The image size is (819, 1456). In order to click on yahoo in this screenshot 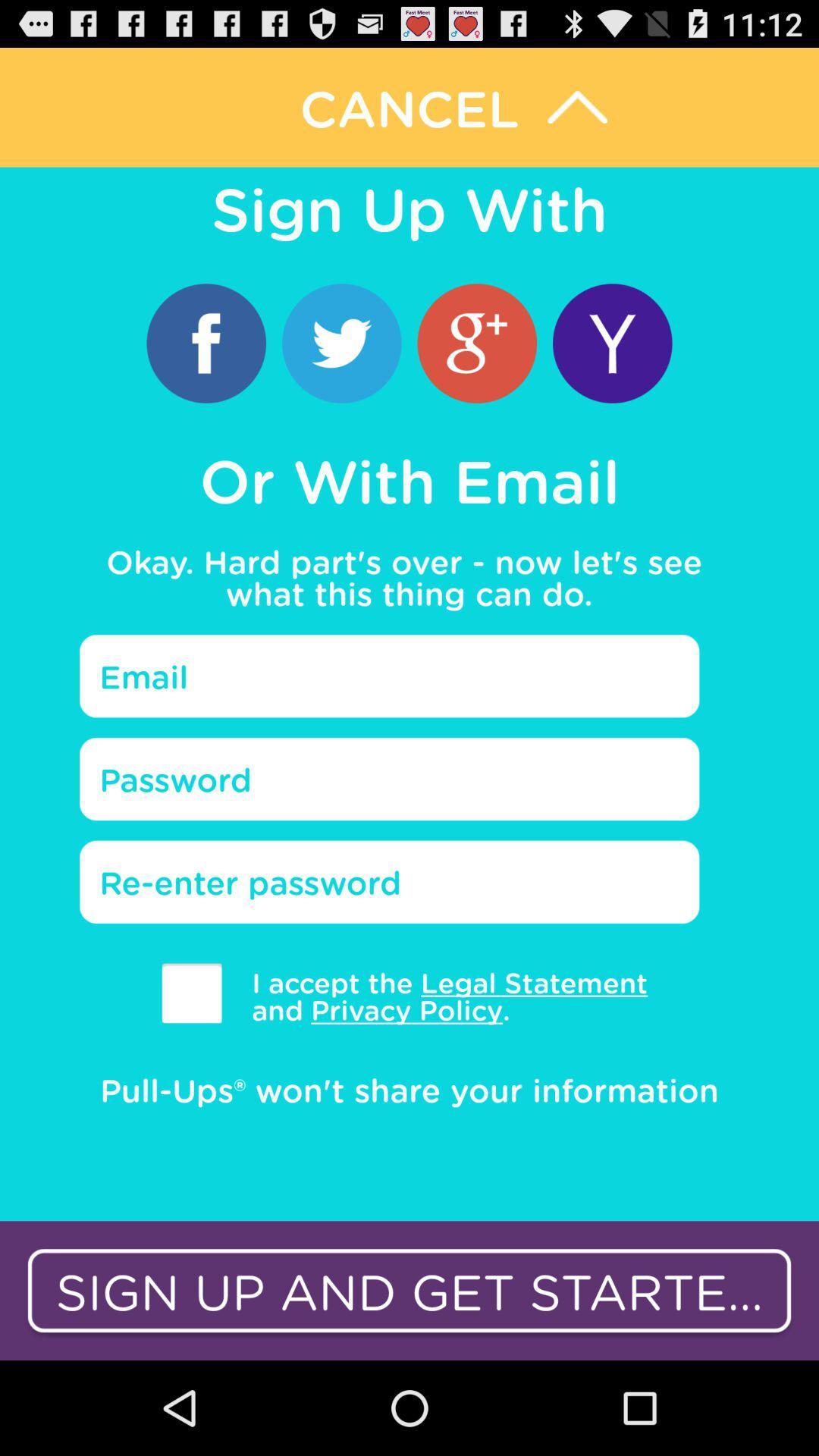, I will do `click(611, 342)`.